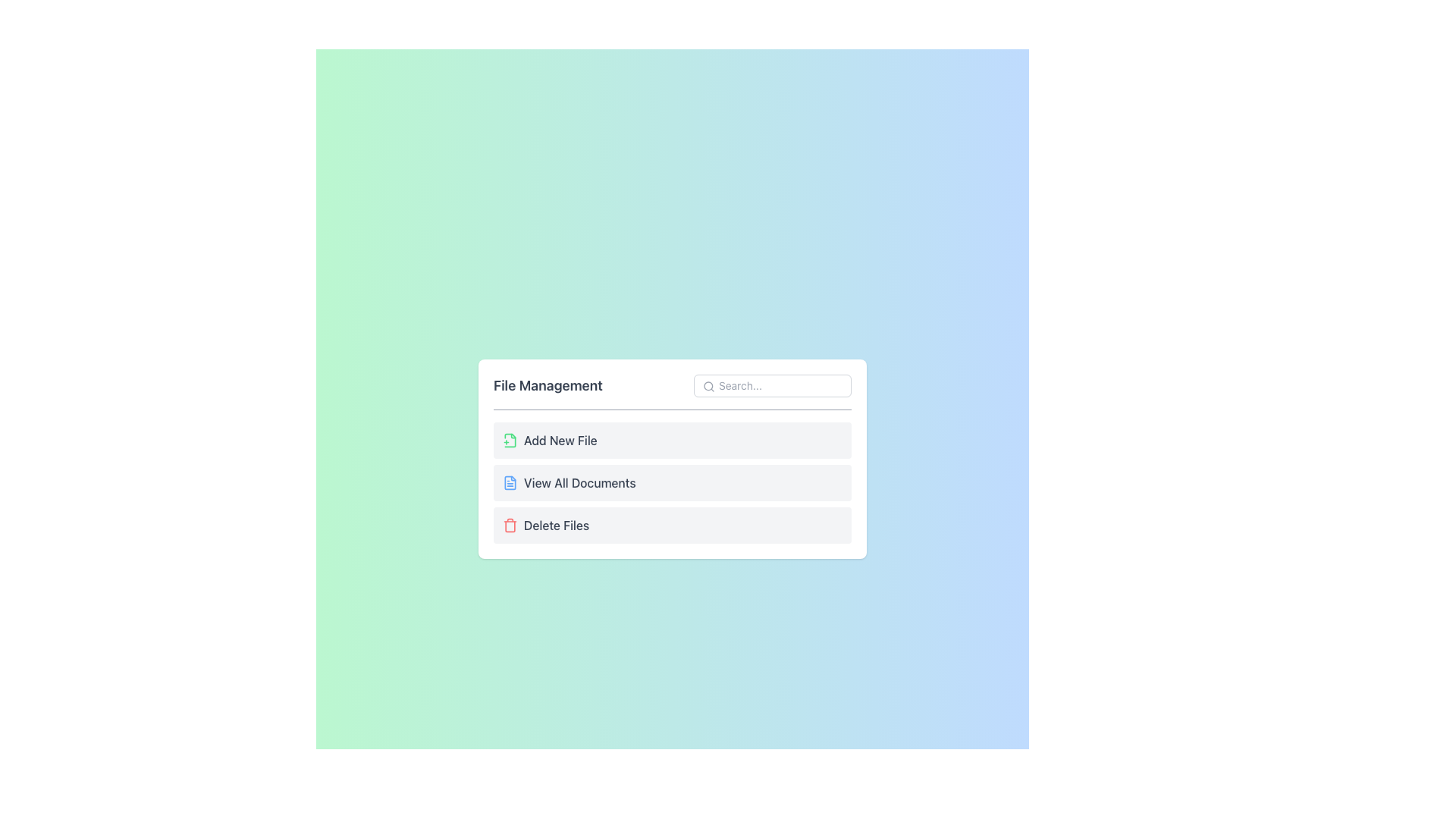 This screenshot has width=1456, height=819. Describe the element at coordinates (672, 482) in the screenshot. I see `the 'View All Documents' button, which is the second item in the vertical list of options in the 'File Management' section` at that location.